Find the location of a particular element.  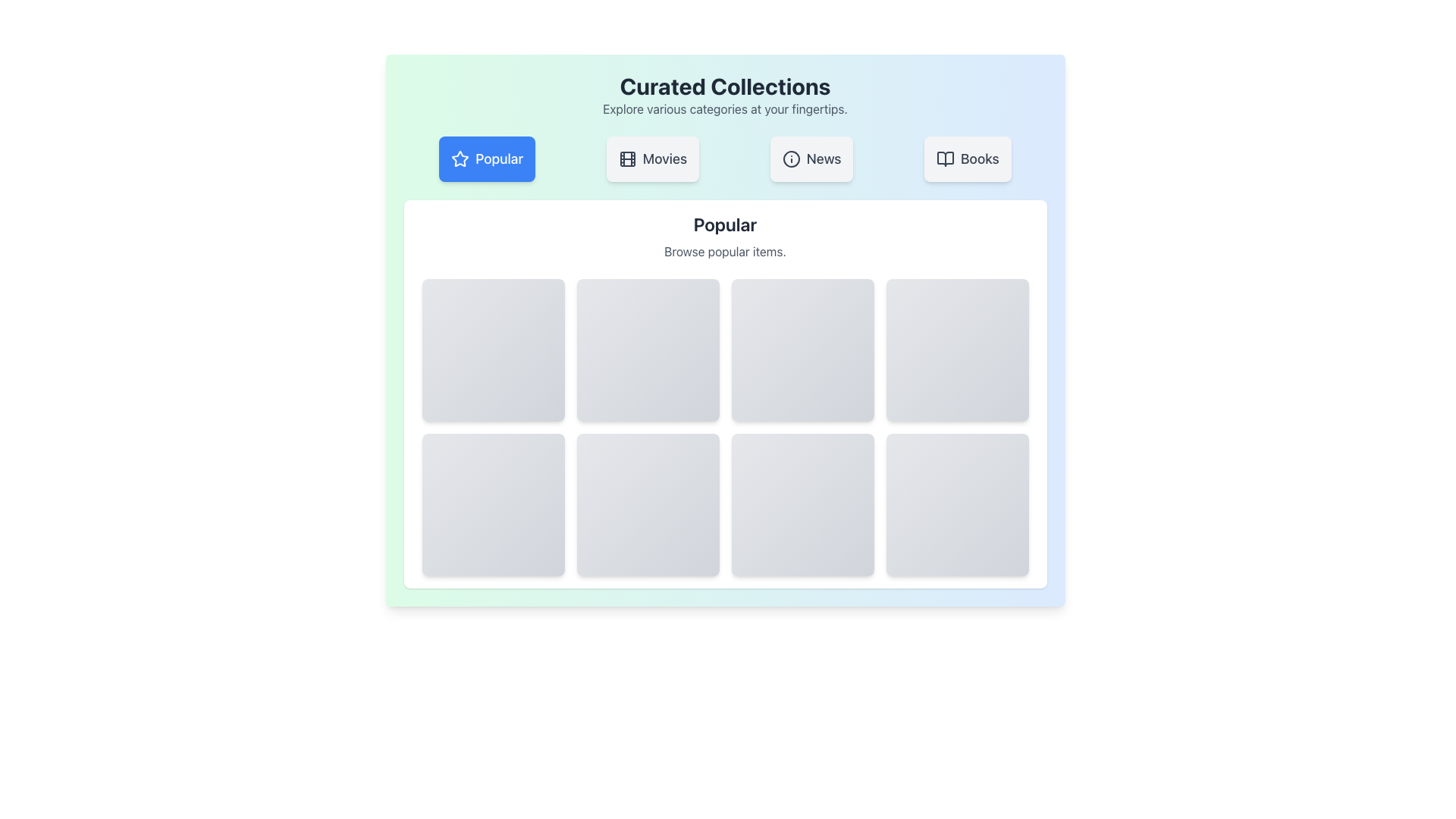

the informational circular icon located on the left side of the 'News' button, which is next to the text label 'News' is located at coordinates (790, 158).